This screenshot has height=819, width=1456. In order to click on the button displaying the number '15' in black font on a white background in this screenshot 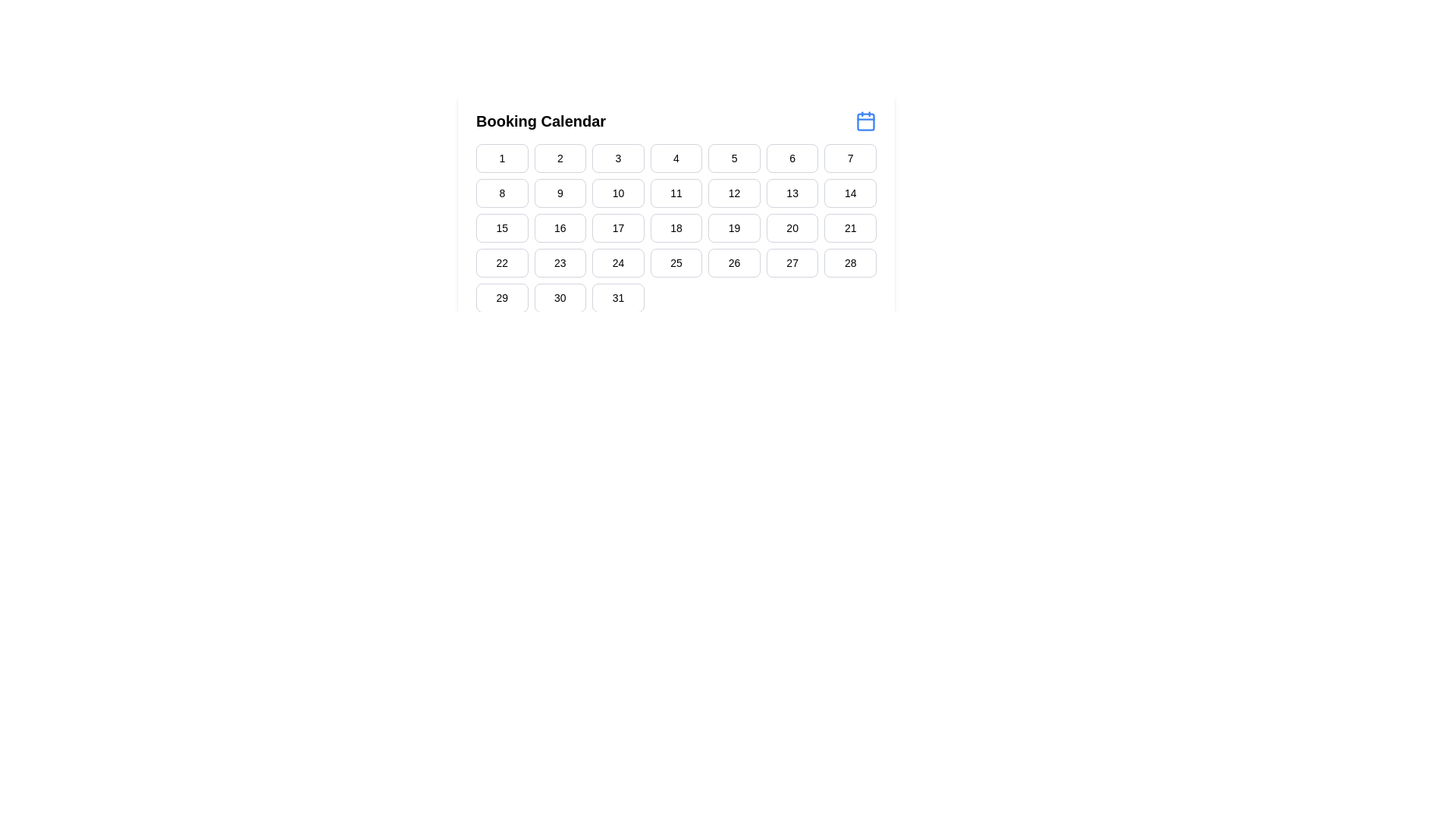, I will do `click(502, 227)`.